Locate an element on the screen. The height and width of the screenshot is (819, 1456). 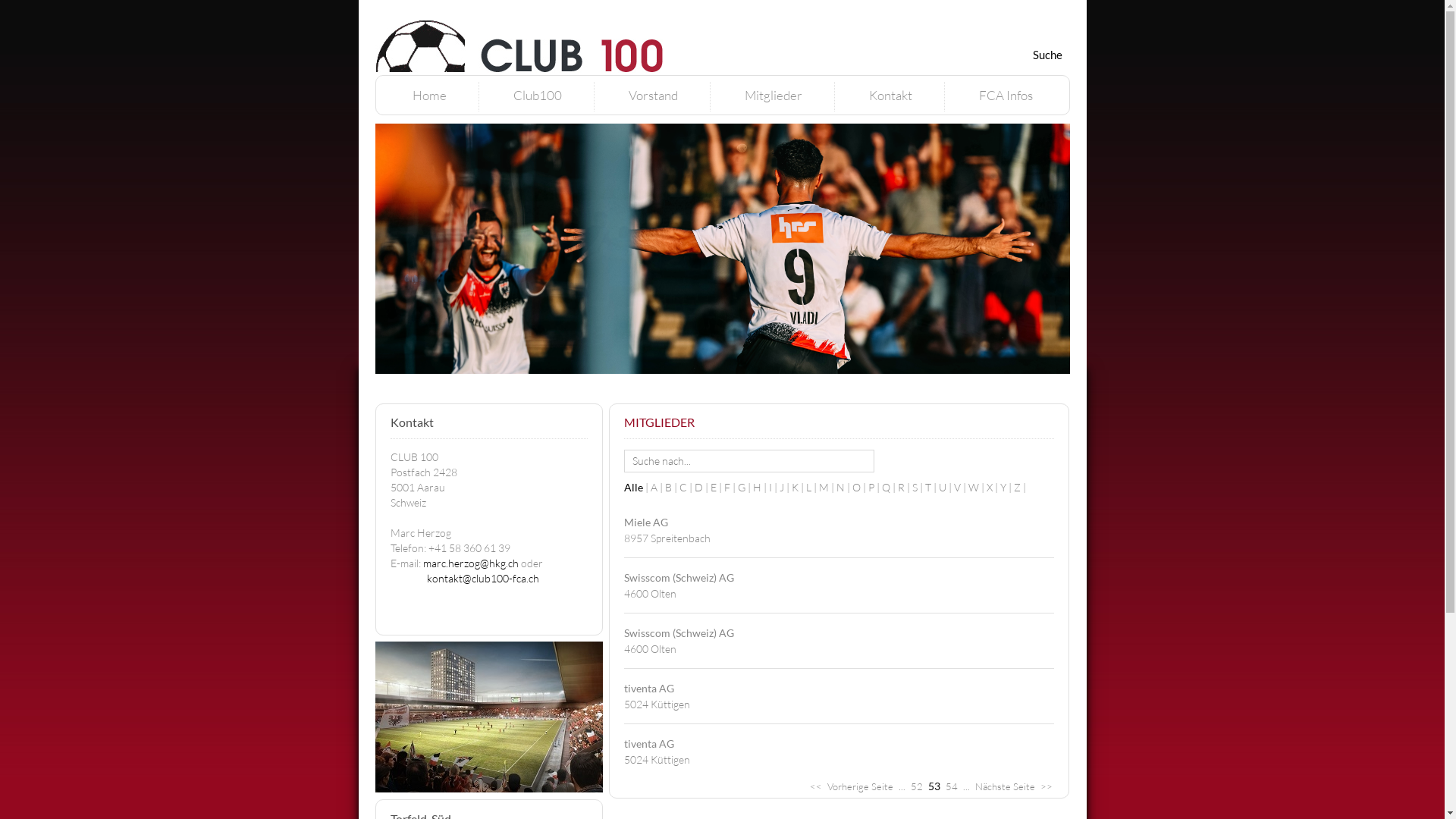
'Y' is located at coordinates (999, 487).